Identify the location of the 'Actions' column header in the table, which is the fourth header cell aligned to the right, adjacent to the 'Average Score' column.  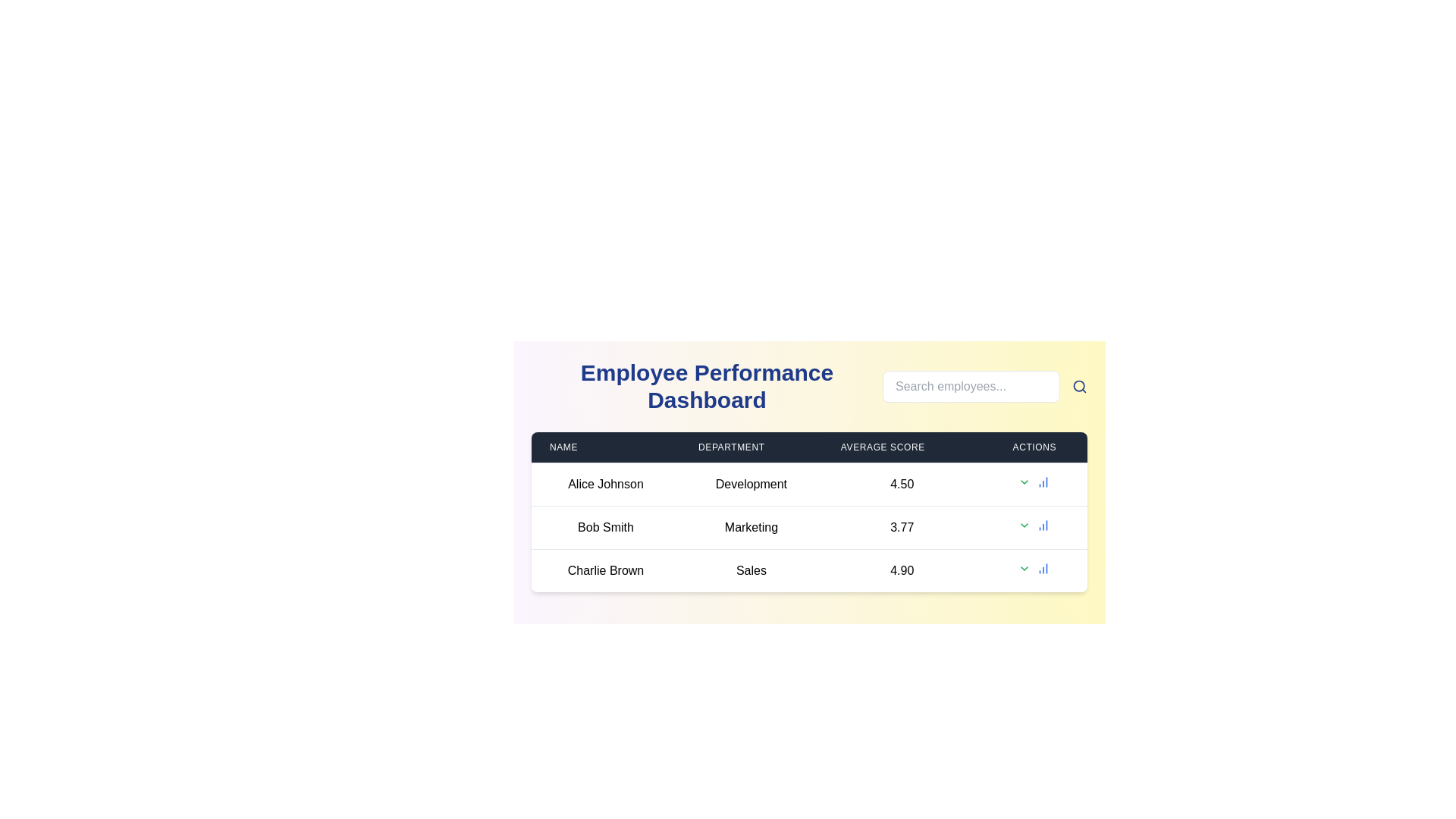
(1034, 447).